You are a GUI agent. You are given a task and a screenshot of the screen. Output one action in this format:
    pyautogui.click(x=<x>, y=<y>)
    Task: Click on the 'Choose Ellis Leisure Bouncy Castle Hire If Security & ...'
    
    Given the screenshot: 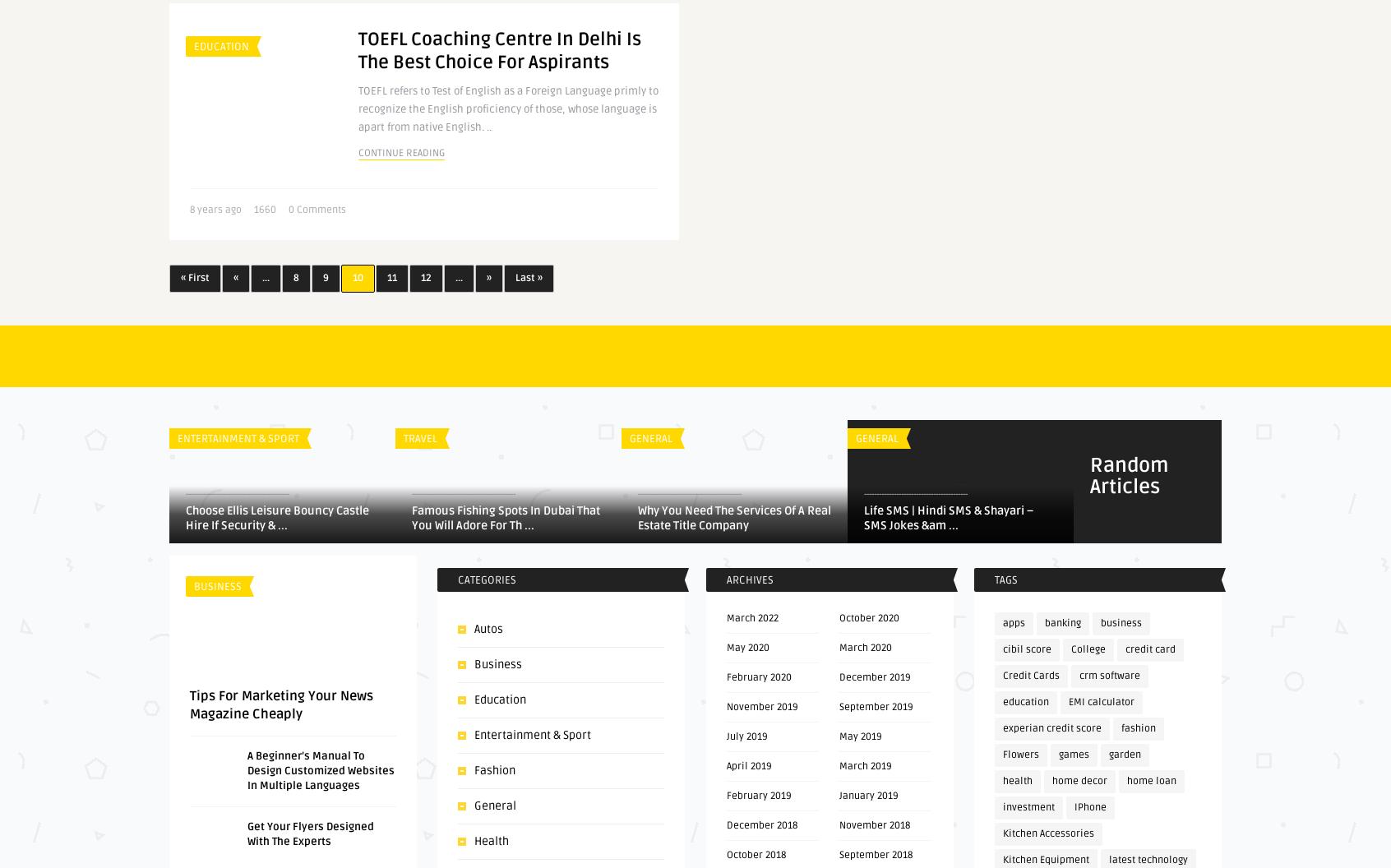 What is the action you would take?
    pyautogui.click(x=276, y=517)
    